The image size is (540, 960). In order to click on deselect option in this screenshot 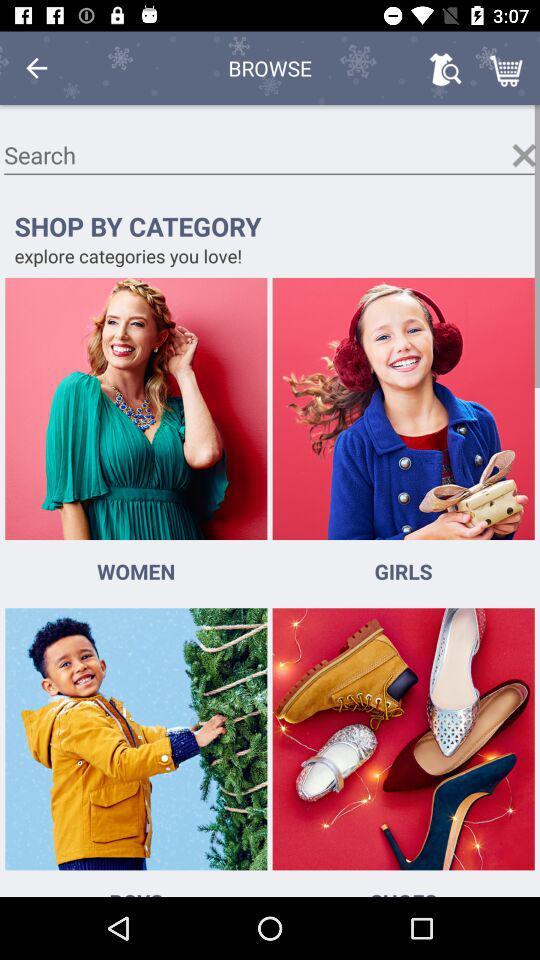, I will do `click(524, 154)`.